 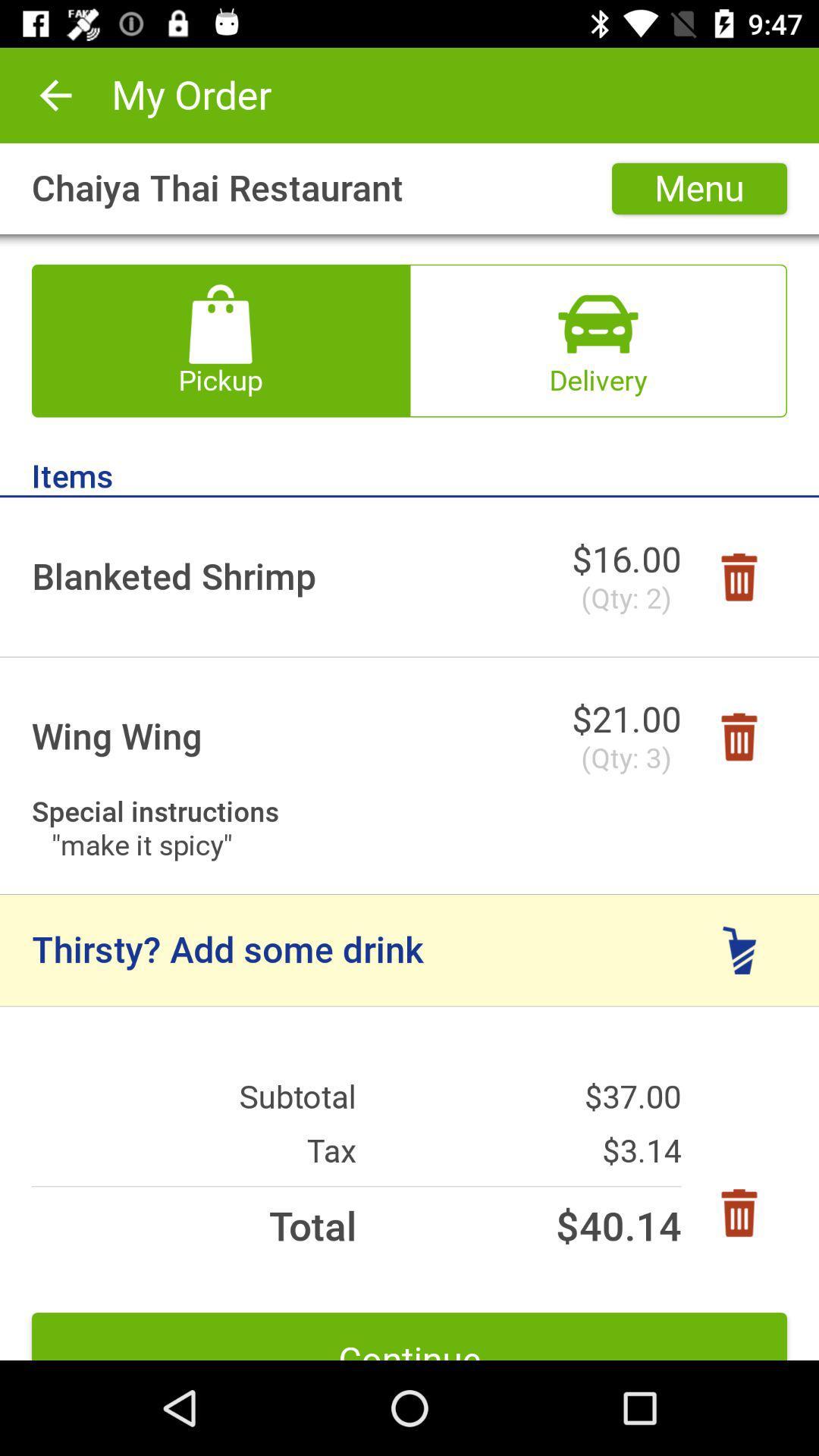 What do you see at coordinates (55, 94) in the screenshot?
I see `the icon next to my order` at bounding box center [55, 94].